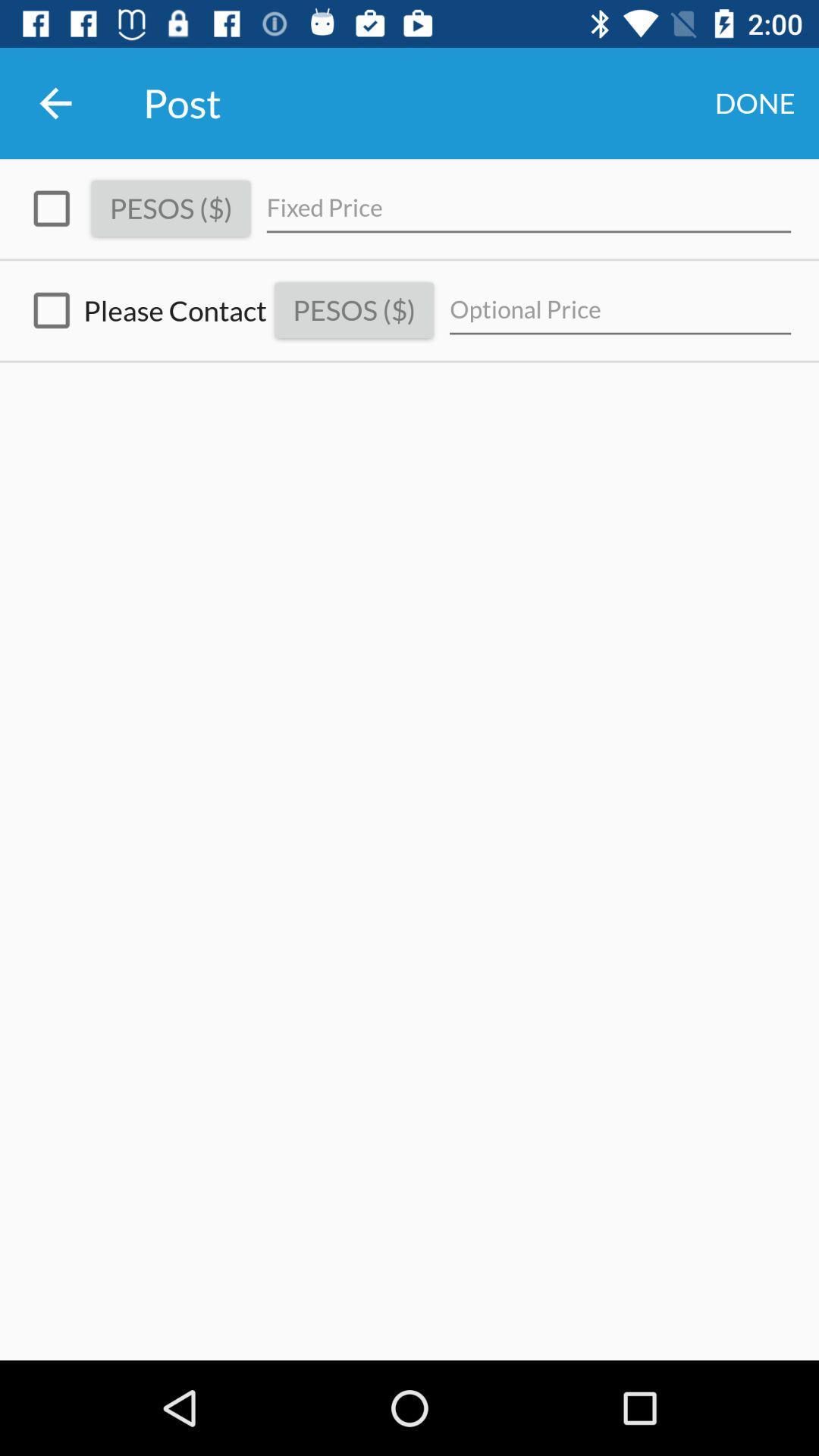  What do you see at coordinates (528, 208) in the screenshot?
I see `item to the right of pesos ($) item` at bounding box center [528, 208].